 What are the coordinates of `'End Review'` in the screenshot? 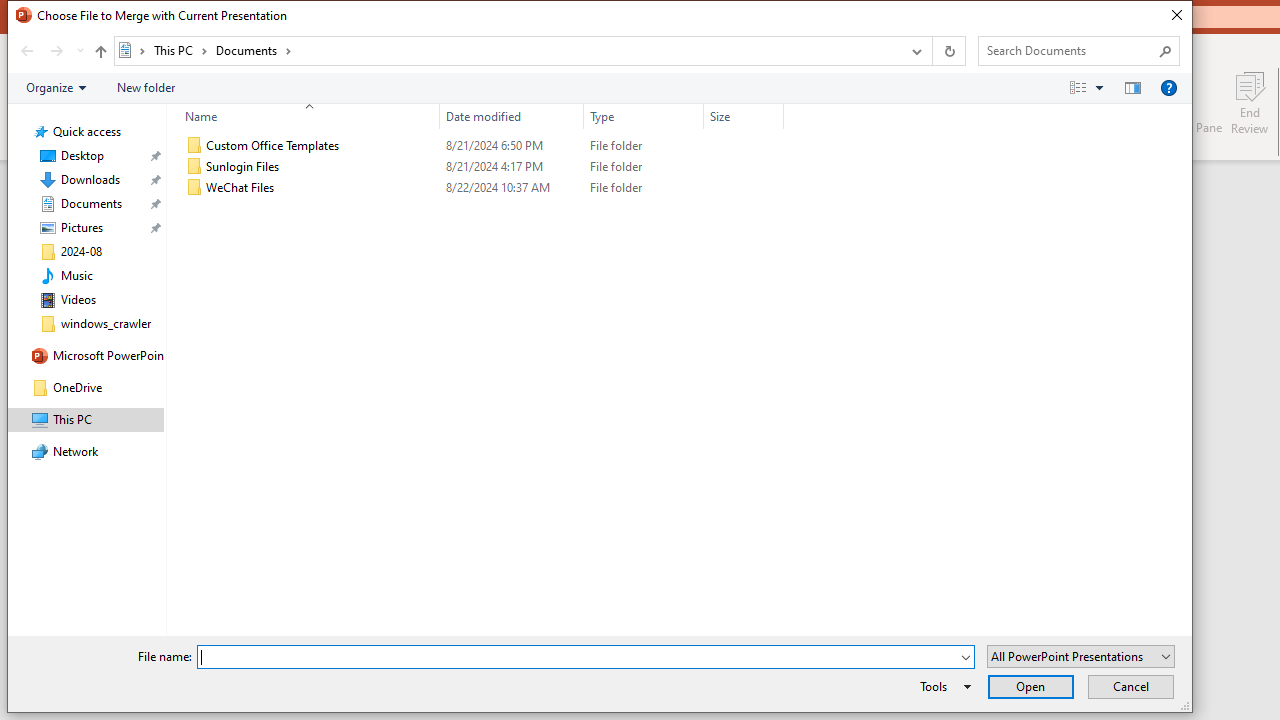 It's located at (1248, 103).